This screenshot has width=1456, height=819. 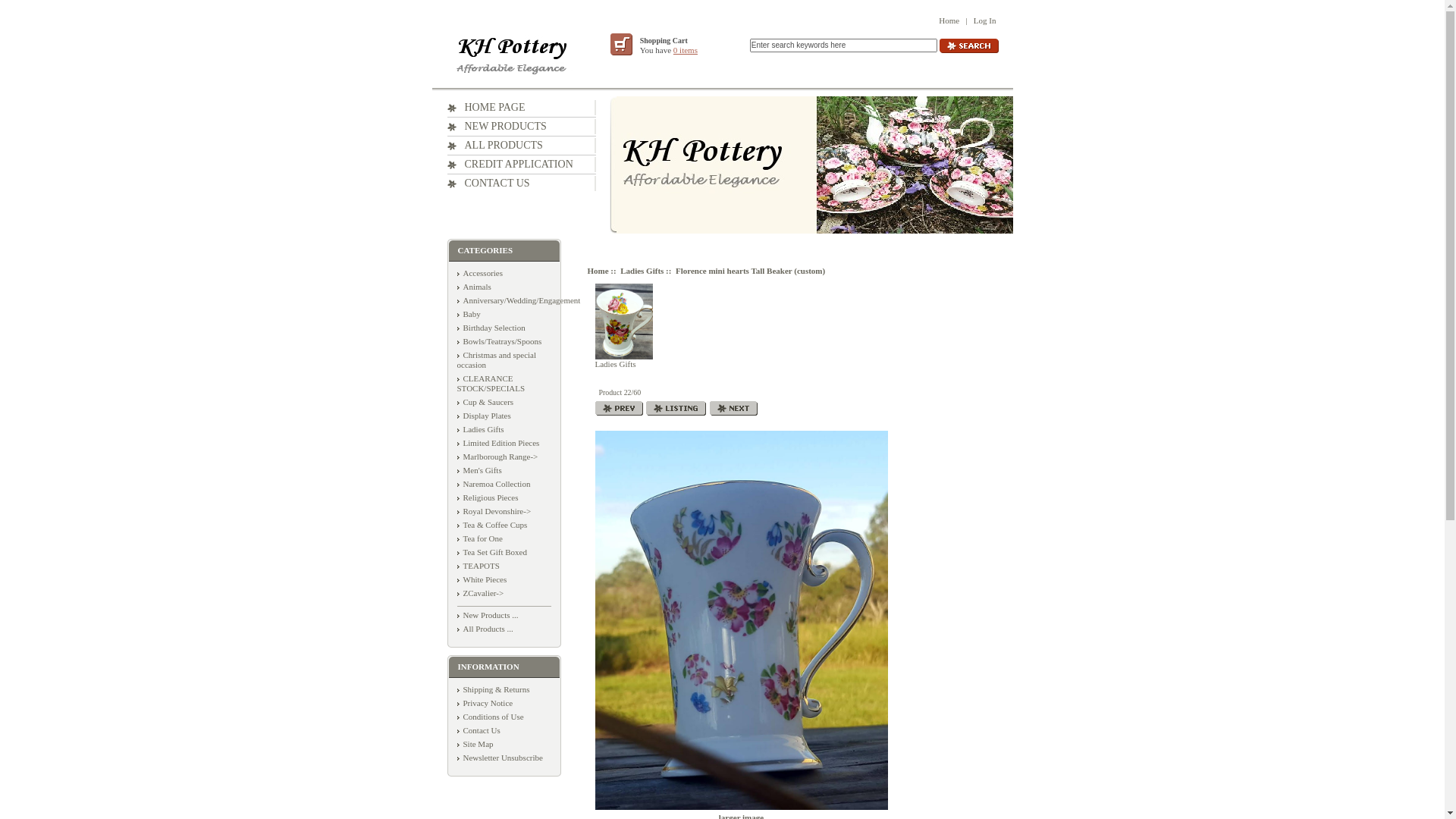 What do you see at coordinates (484, 400) in the screenshot?
I see `'Cup & Saucers'` at bounding box center [484, 400].